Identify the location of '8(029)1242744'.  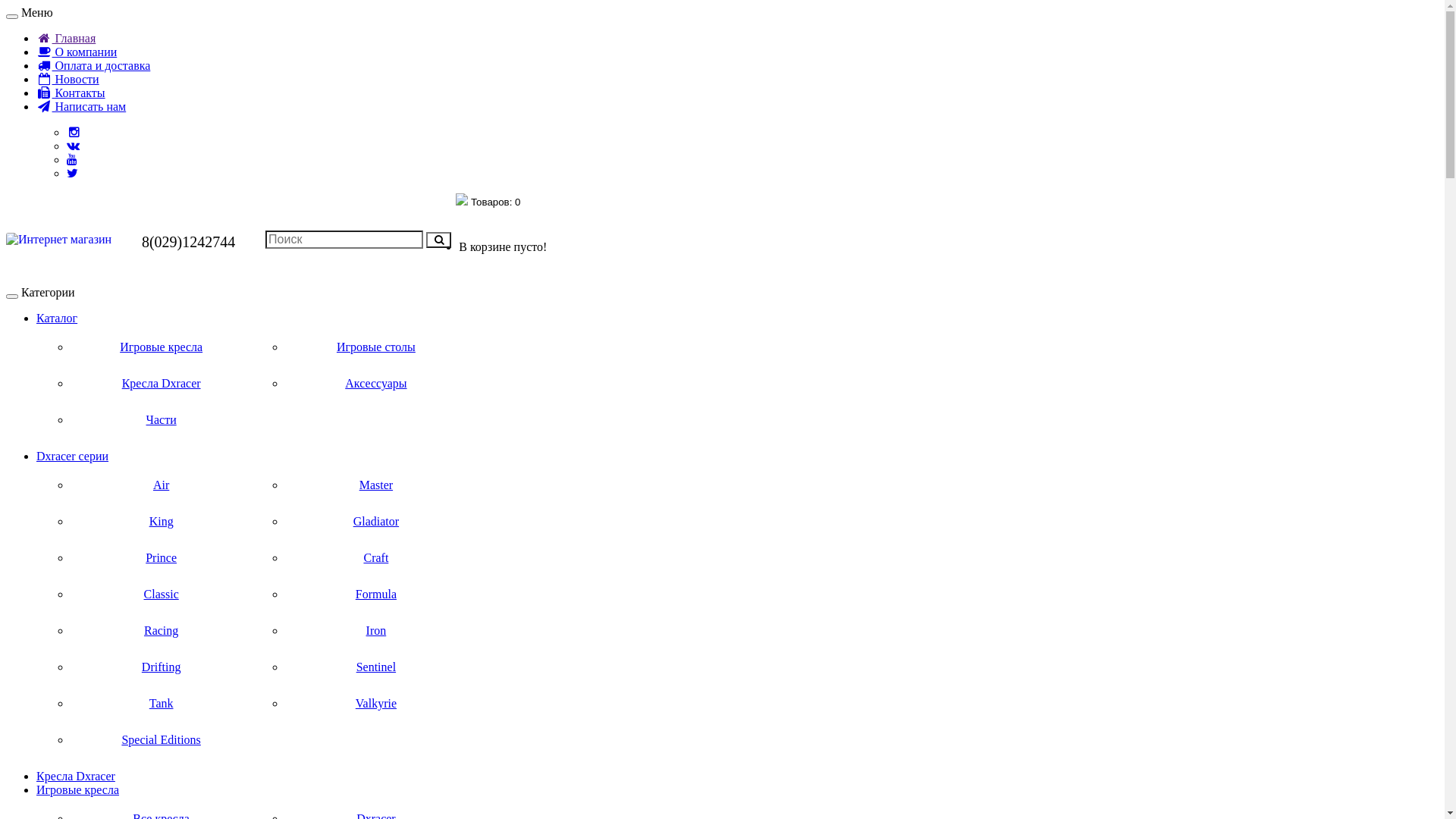
(142, 241).